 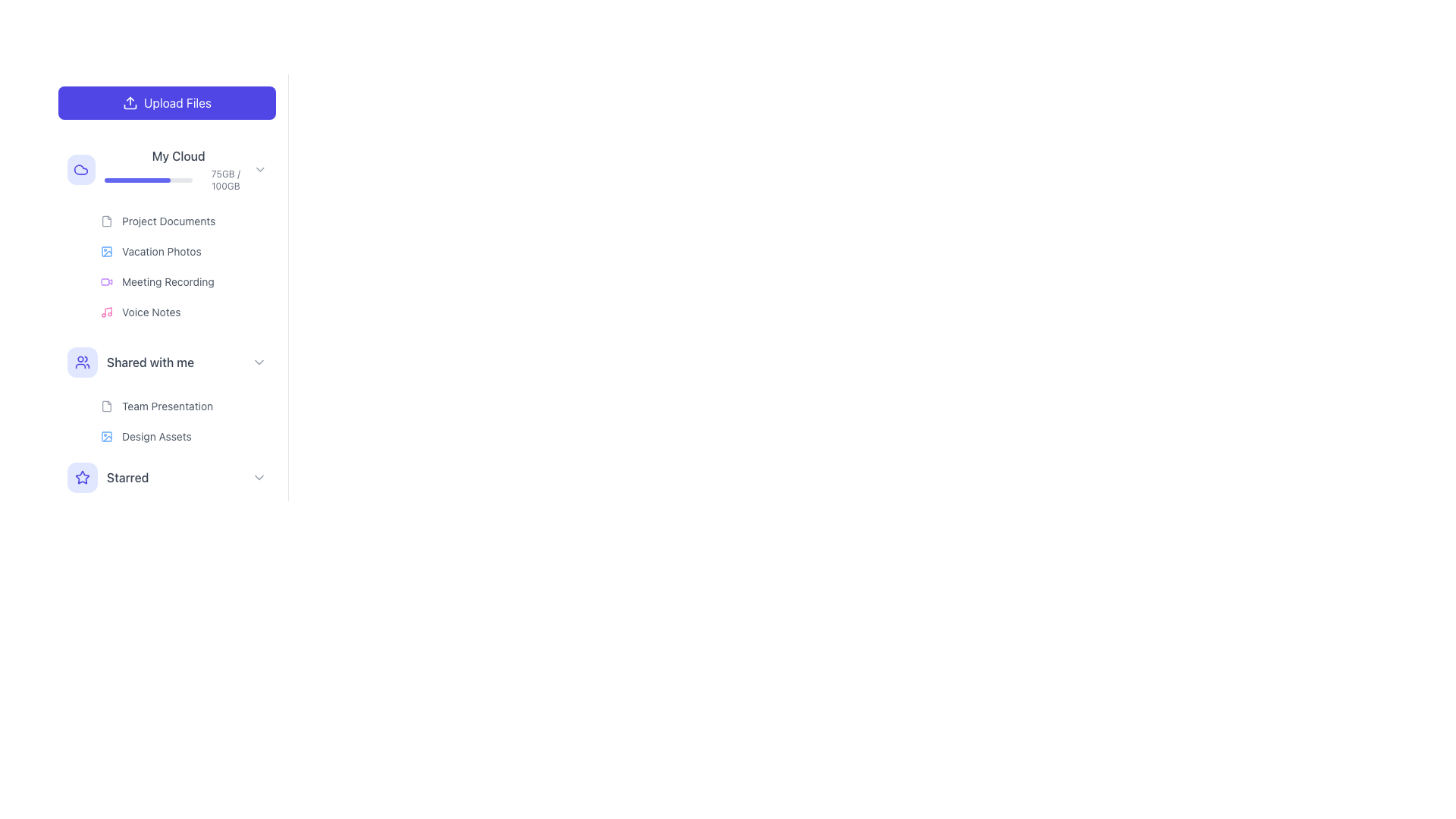 What do you see at coordinates (184, 436) in the screenshot?
I see `the second item labeled 'Design Assets' with a blue picture frame icon in the 'Shared with me' section` at bounding box center [184, 436].